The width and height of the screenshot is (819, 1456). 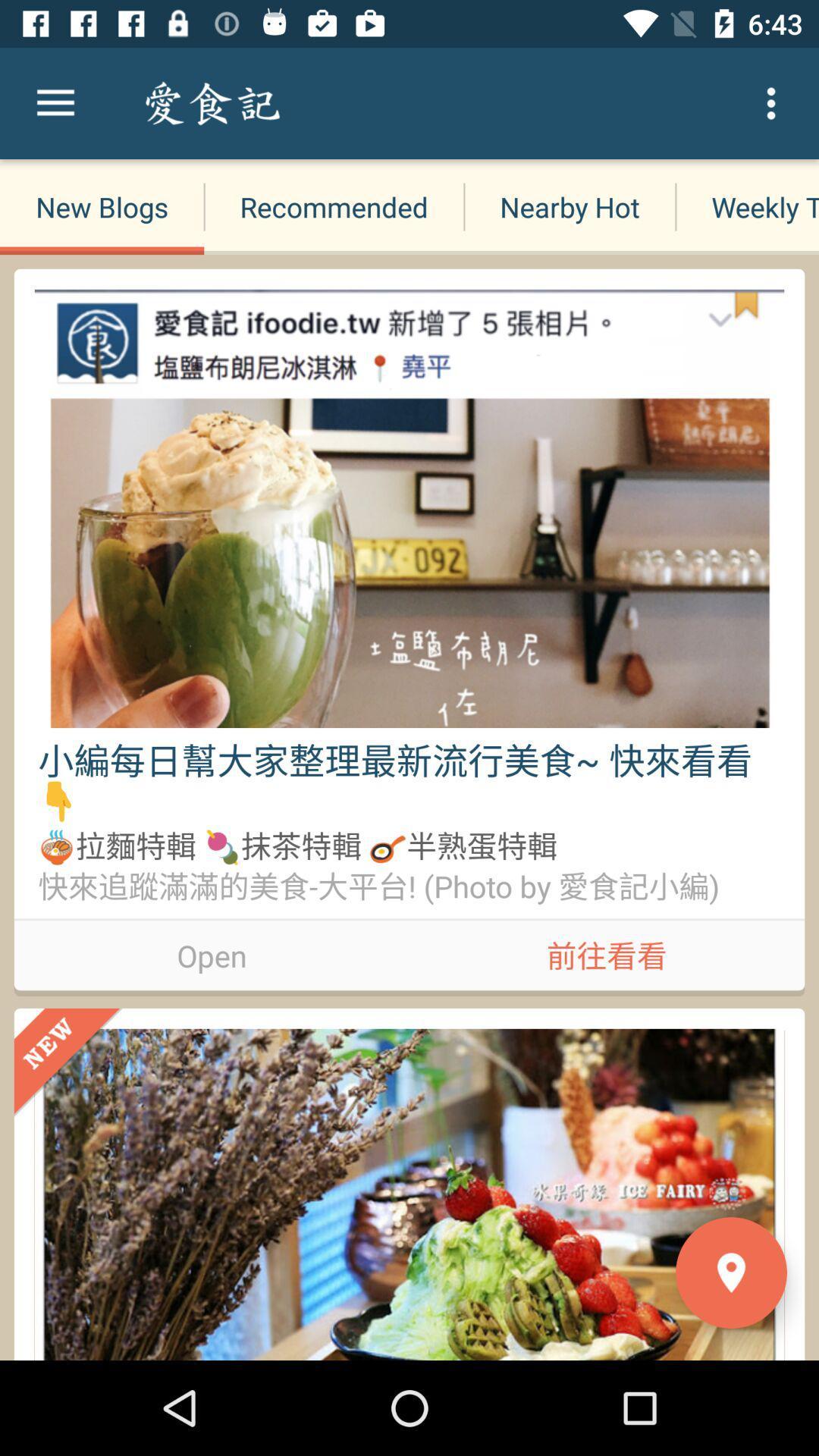 What do you see at coordinates (570, 206) in the screenshot?
I see `icon next to weekly tops icon` at bounding box center [570, 206].